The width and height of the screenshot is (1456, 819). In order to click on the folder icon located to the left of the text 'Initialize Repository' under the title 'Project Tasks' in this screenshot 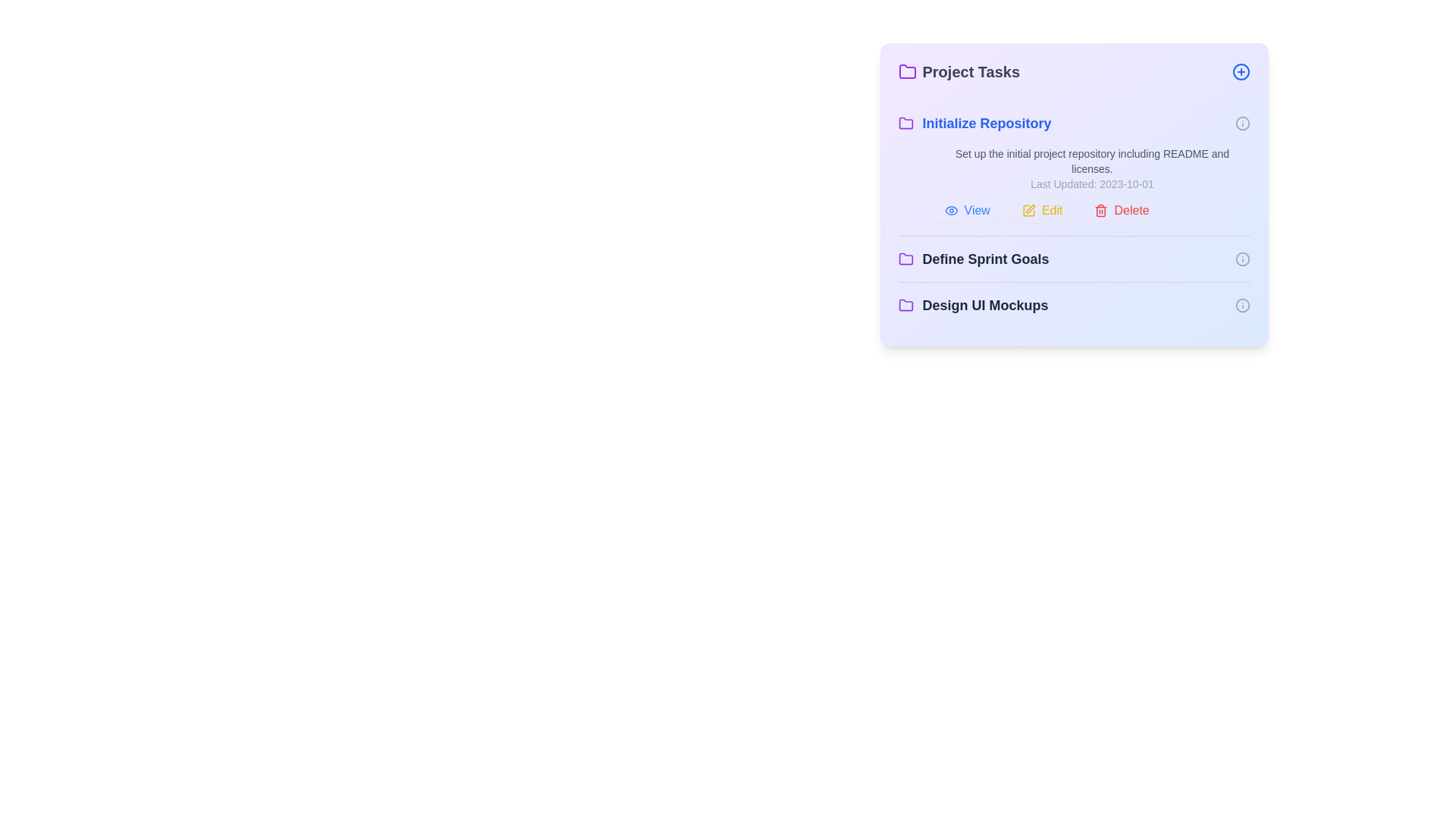, I will do `click(905, 122)`.